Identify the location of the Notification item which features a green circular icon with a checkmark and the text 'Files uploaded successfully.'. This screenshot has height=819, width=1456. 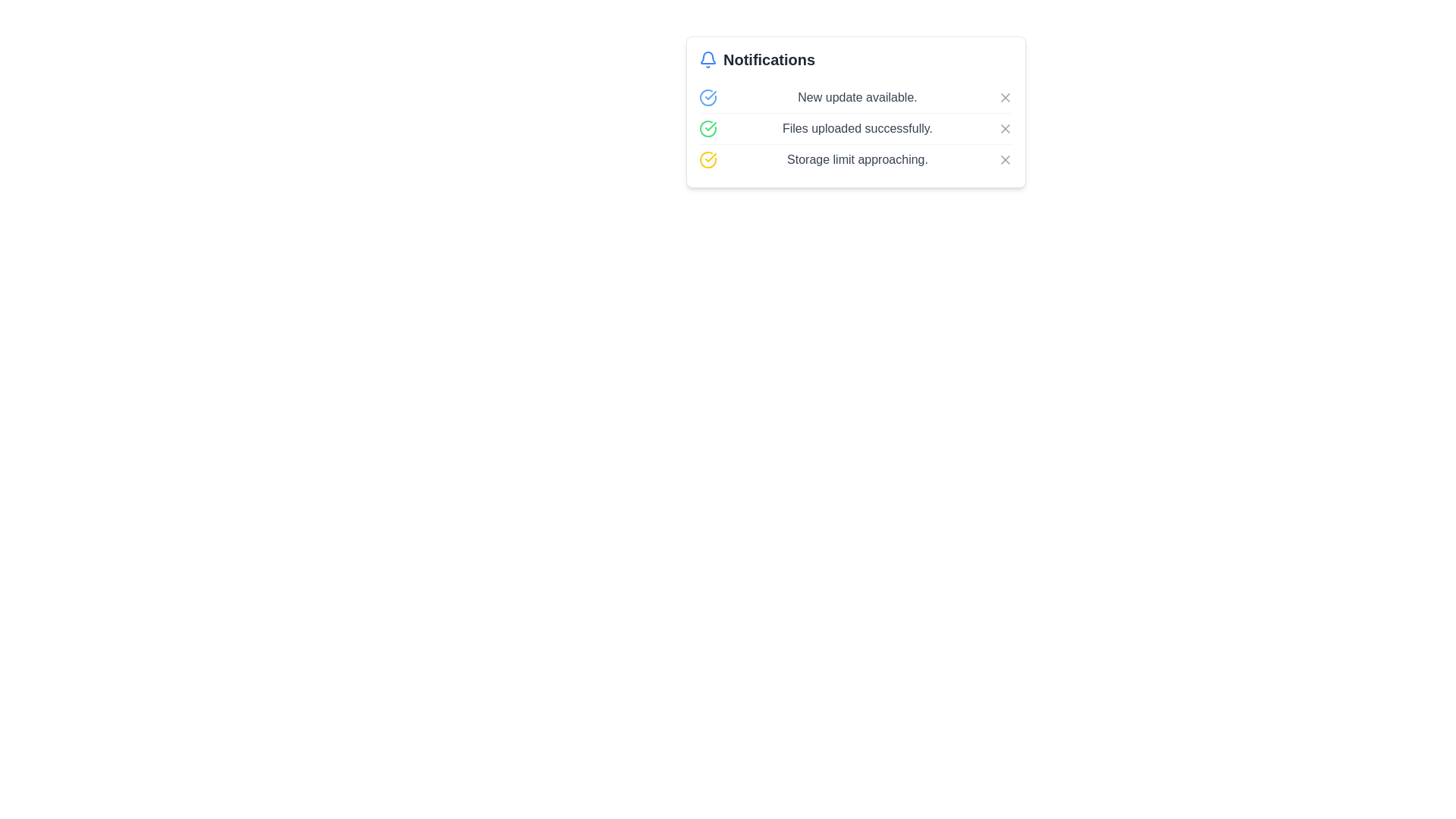
(855, 127).